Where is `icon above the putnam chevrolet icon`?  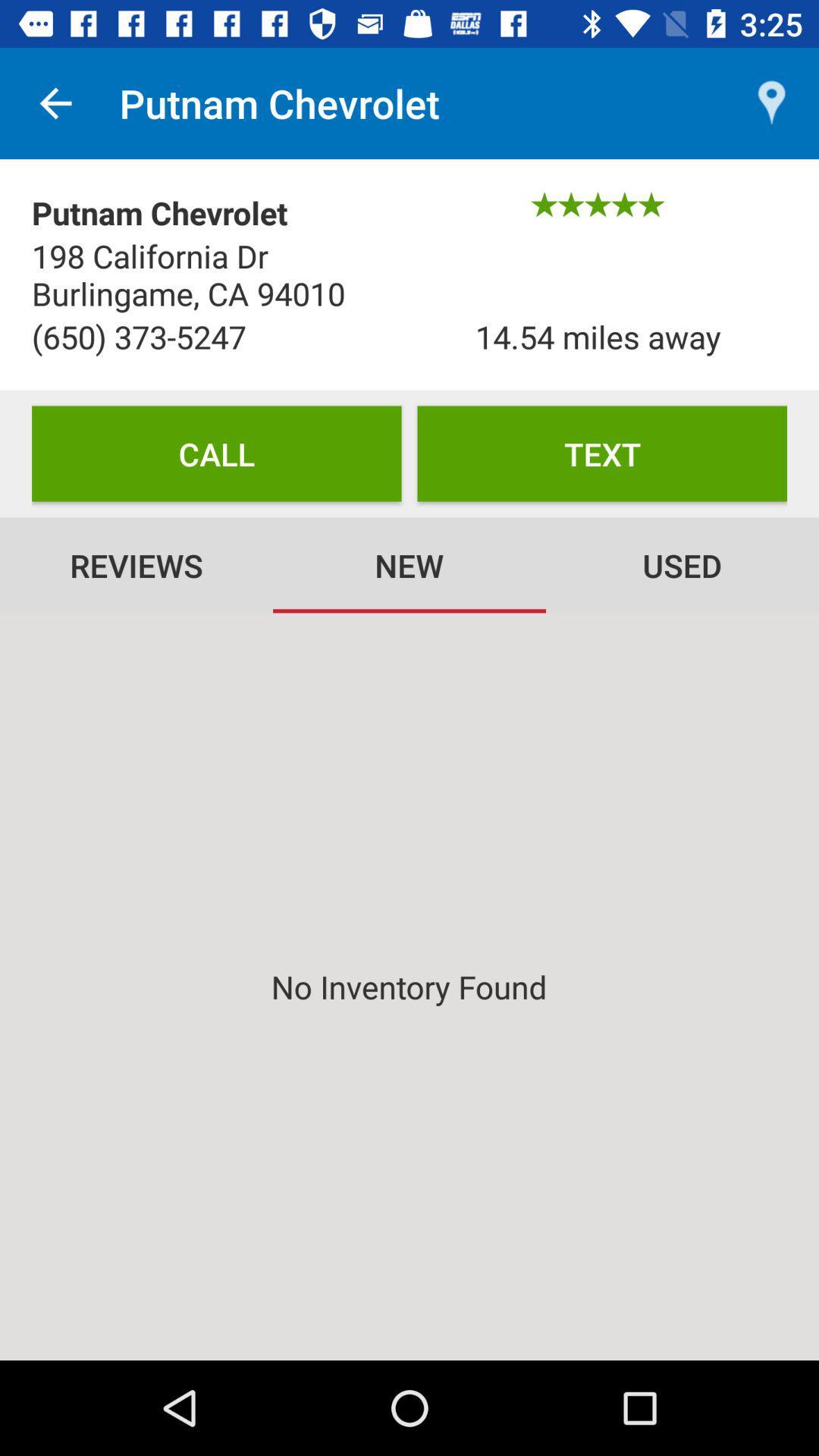 icon above the putnam chevrolet icon is located at coordinates (55, 102).